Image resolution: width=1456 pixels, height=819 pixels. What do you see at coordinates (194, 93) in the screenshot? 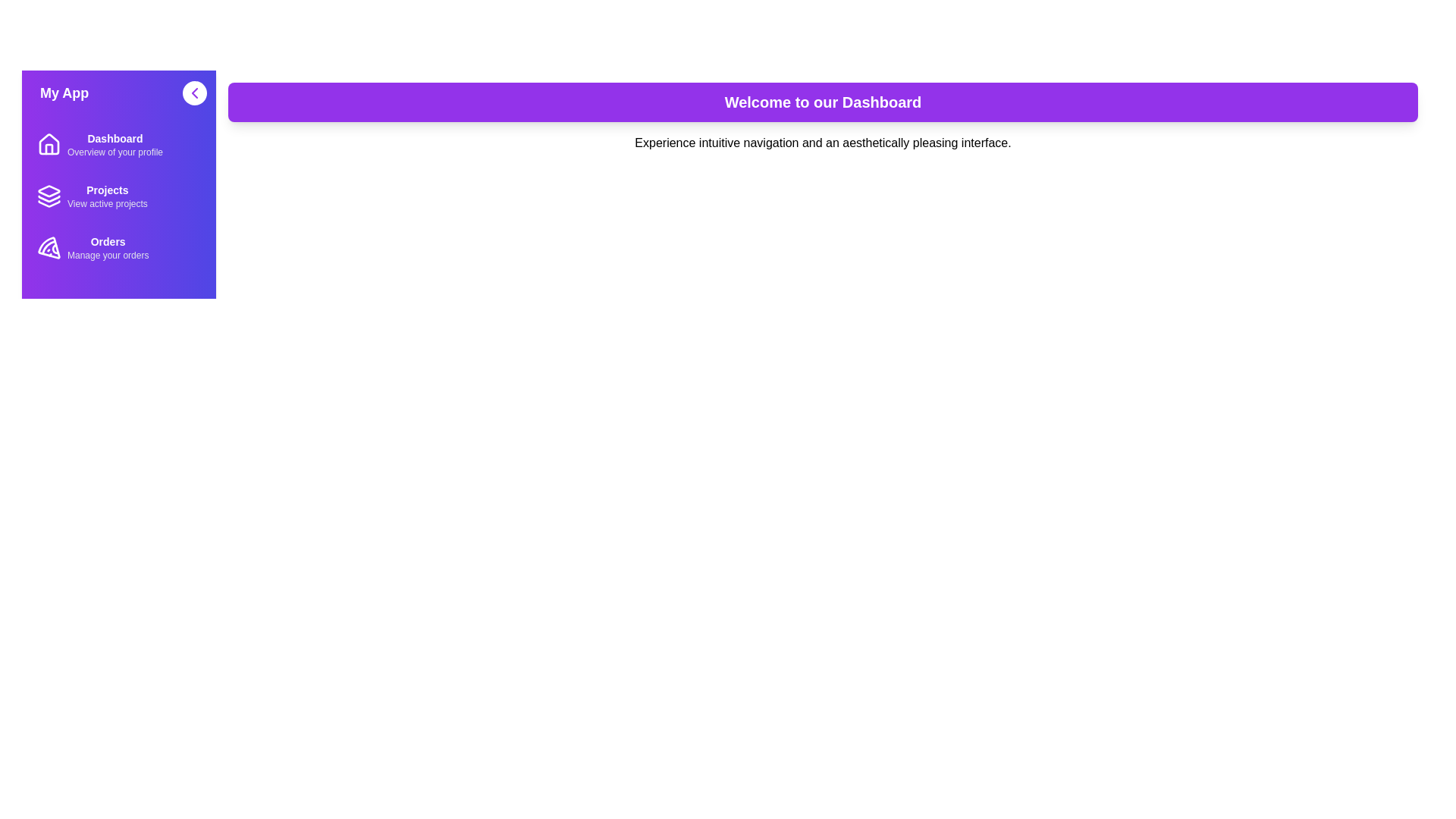
I see `the arrow button to toggle the sidebar visibility` at bounding box center [194, 93].